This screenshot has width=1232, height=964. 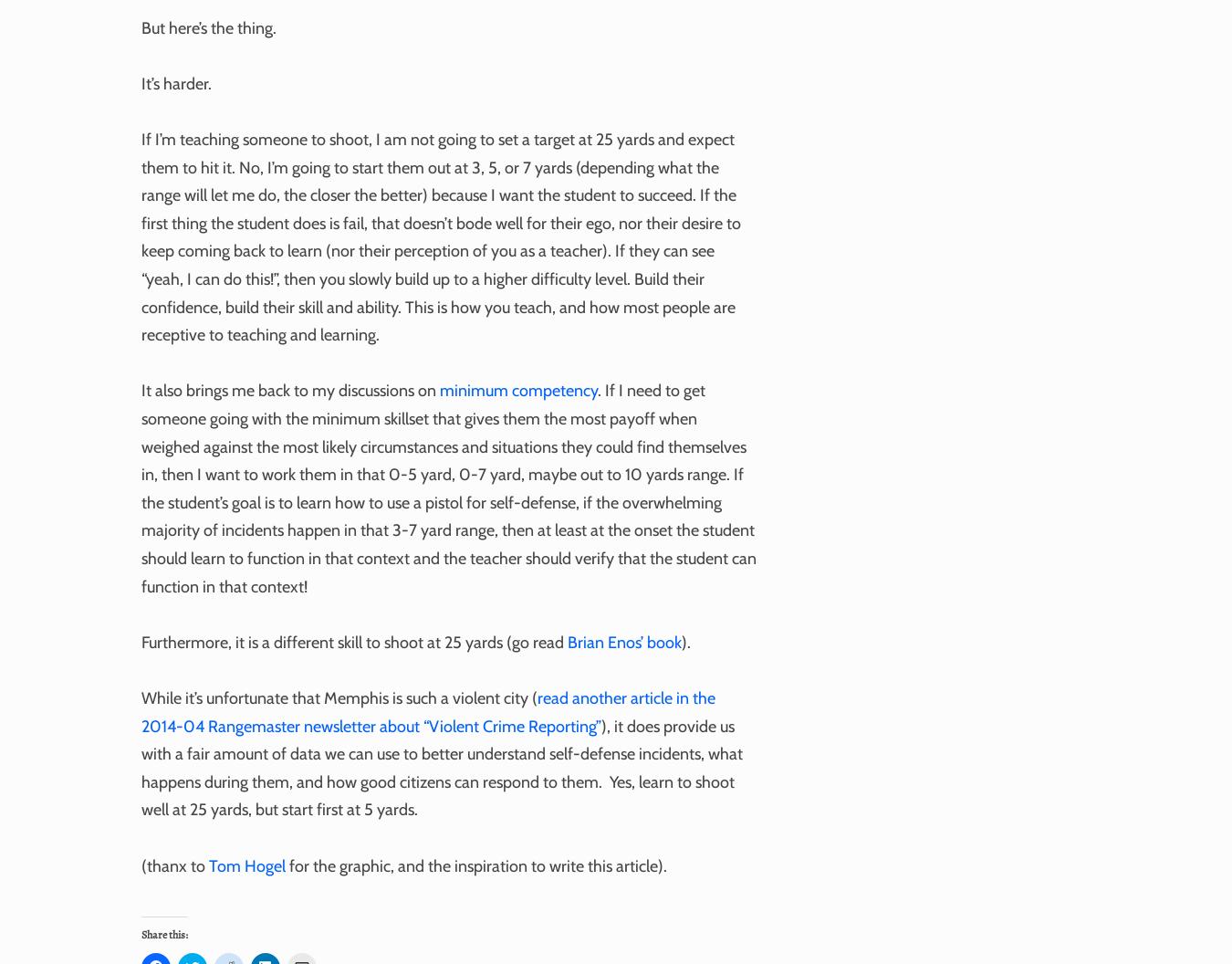 What do you see at coordinates (447, 487) in the screenshot?
I see `'. If I need to get someone going with the minimum skillset that gives them the most payoff when weighed against the most likely circumstances and situations they could find themselves in, then I want to work them in that 0-5 yard, 0-7 yard, maybe out to 10 yards range. If the student’s goal is to learn how to use a pistol for self-defense, if the overwhelming majority of incidents happen in that 3-7 yard range, then at least at the onset the student should learn to function in that context and the teacher should verify that the student can function in that context!'` at bounding box center [447, 487].